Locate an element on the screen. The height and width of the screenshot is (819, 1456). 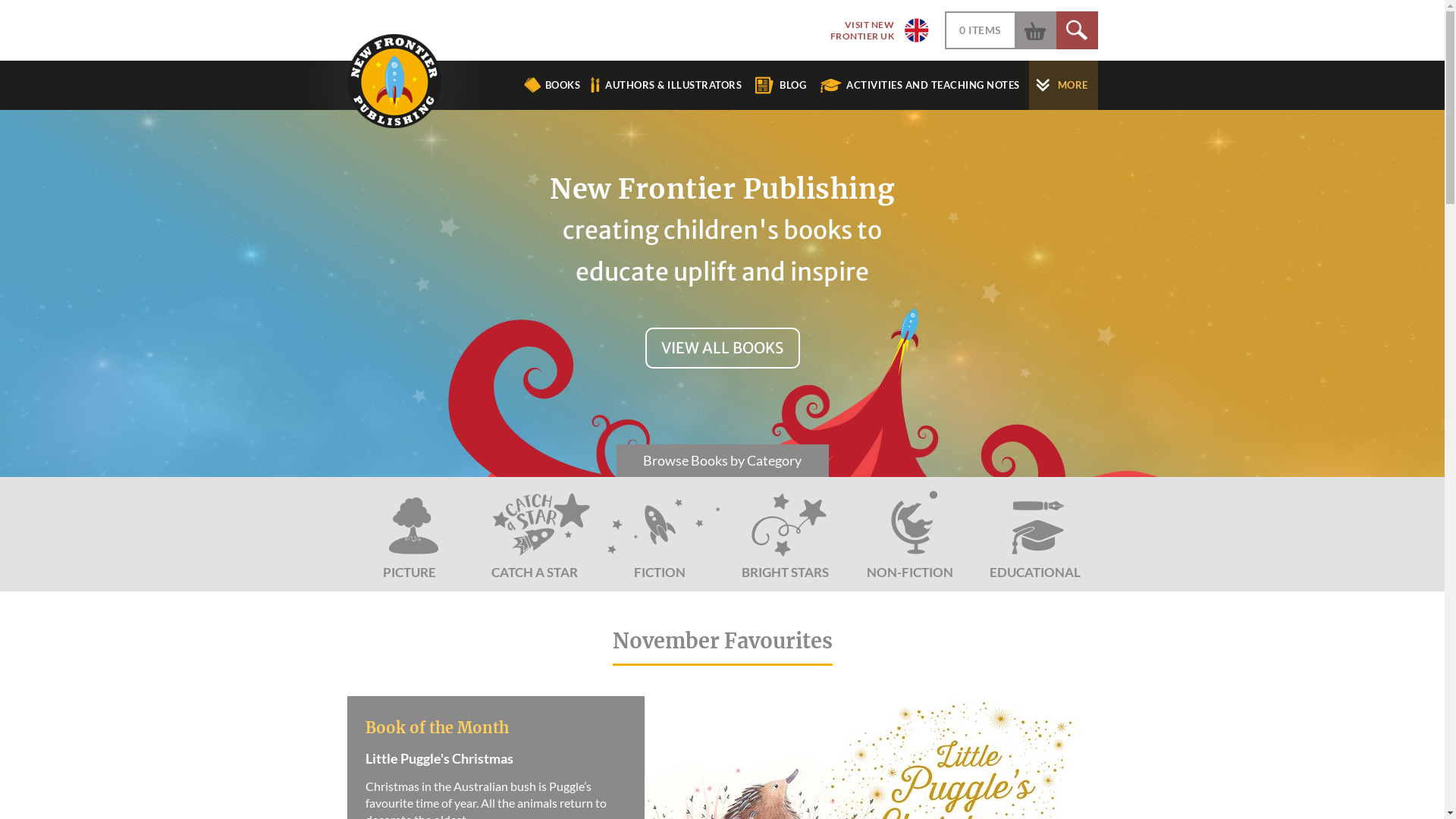
'PICTURE' is located at coordinates (409, 533).